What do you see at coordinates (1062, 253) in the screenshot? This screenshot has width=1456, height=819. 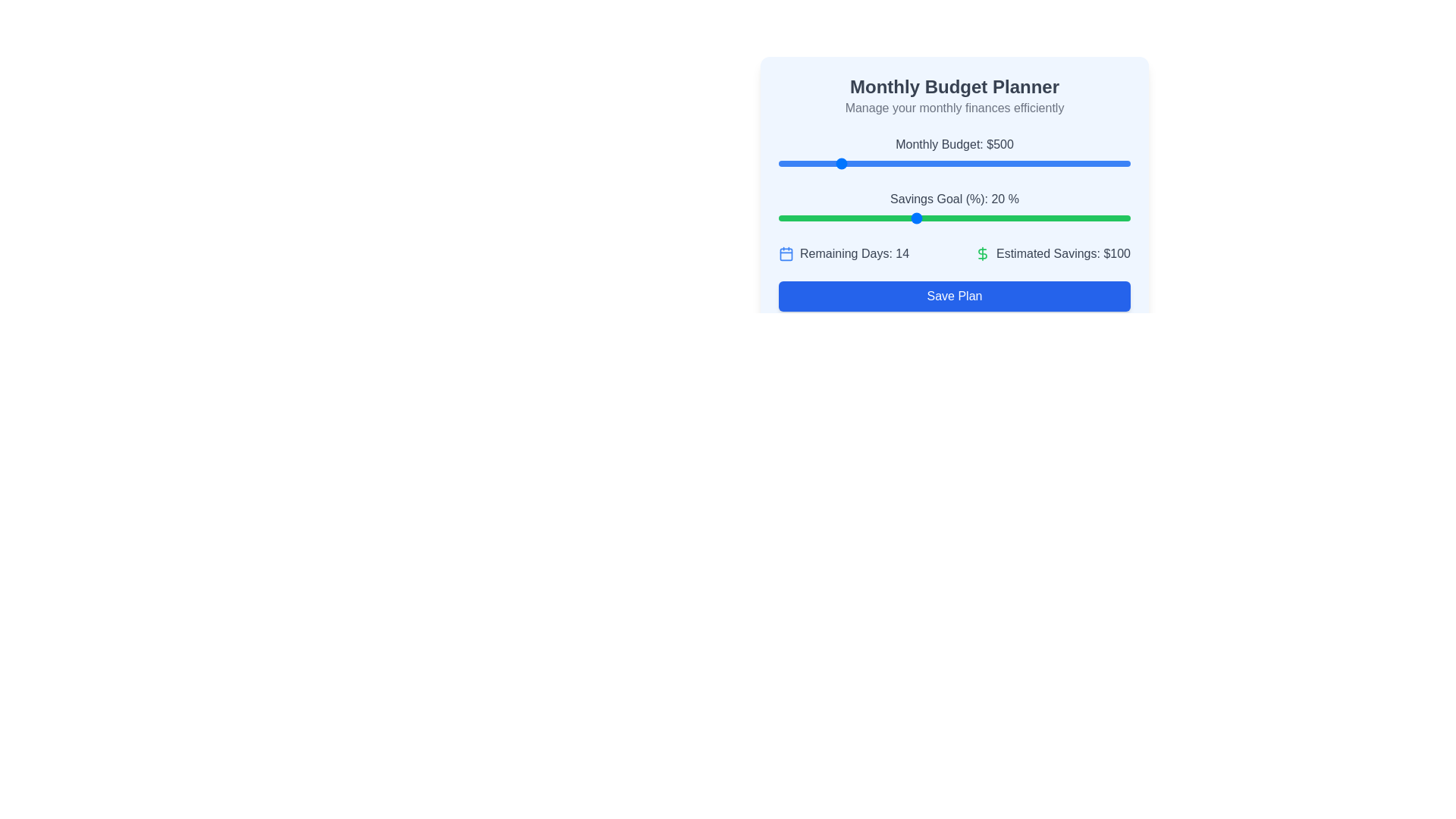 I see `the text label that reads 'Estimated Savings: $100', which is styled with a gray font color and located next to a green dollar icon in the financial planning interface` at bounding box center [1062, 253].